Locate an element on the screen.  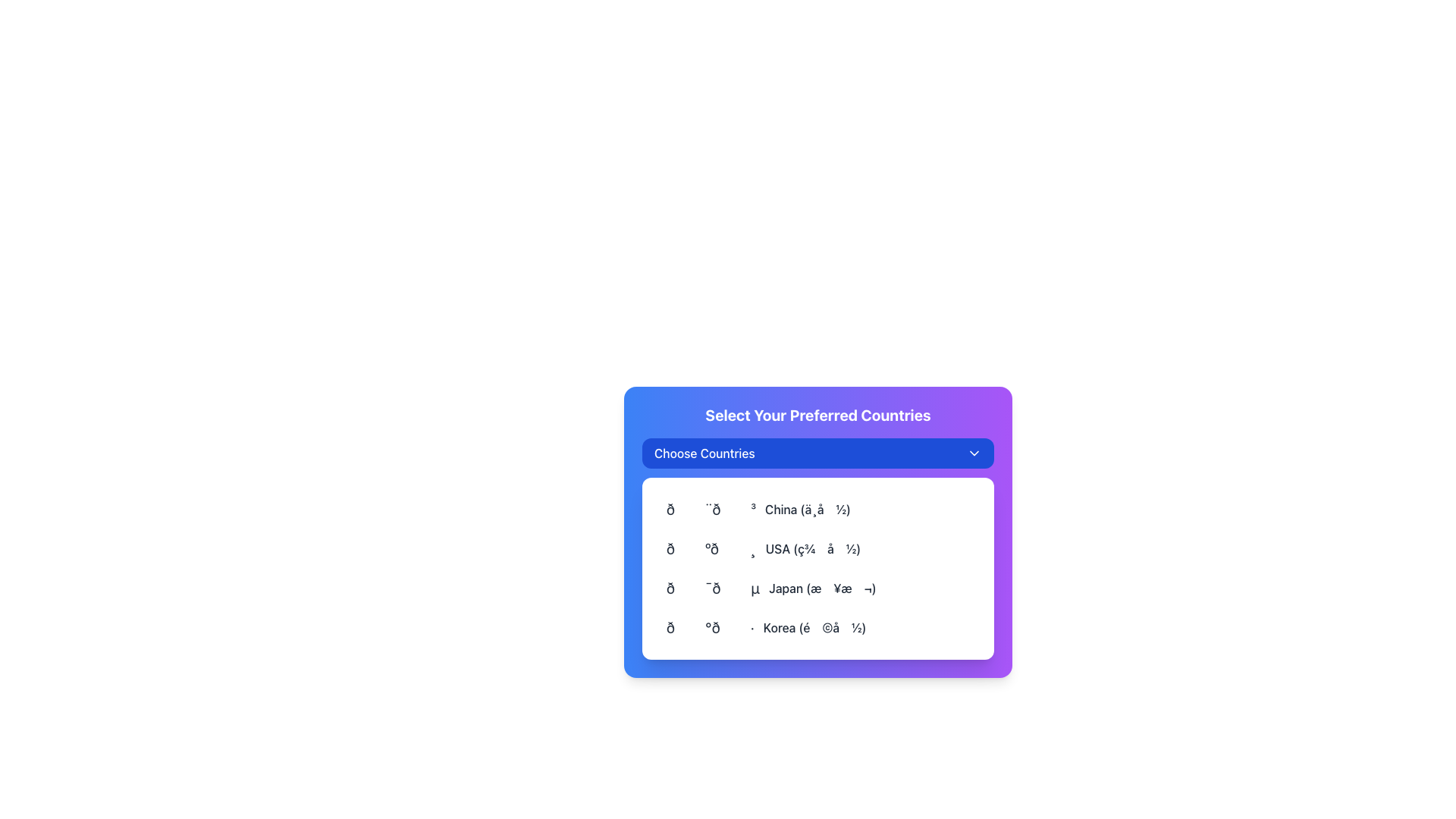
the text labeled 'USA (ç¾美å国)' in the dropdown list is located at coordinates (812, 549).